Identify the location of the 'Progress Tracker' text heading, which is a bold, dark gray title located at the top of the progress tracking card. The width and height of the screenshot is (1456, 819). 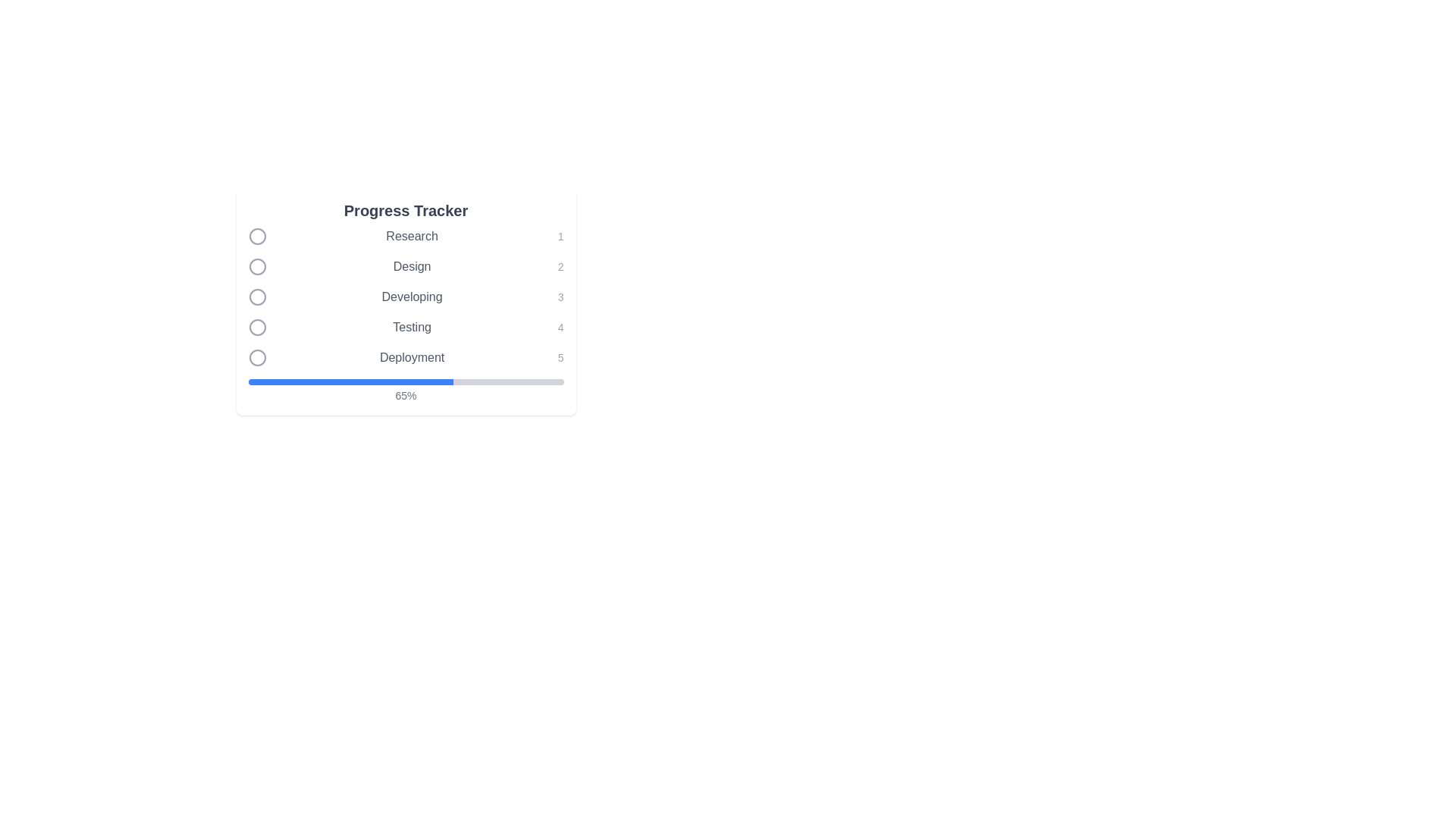
(406, 210).